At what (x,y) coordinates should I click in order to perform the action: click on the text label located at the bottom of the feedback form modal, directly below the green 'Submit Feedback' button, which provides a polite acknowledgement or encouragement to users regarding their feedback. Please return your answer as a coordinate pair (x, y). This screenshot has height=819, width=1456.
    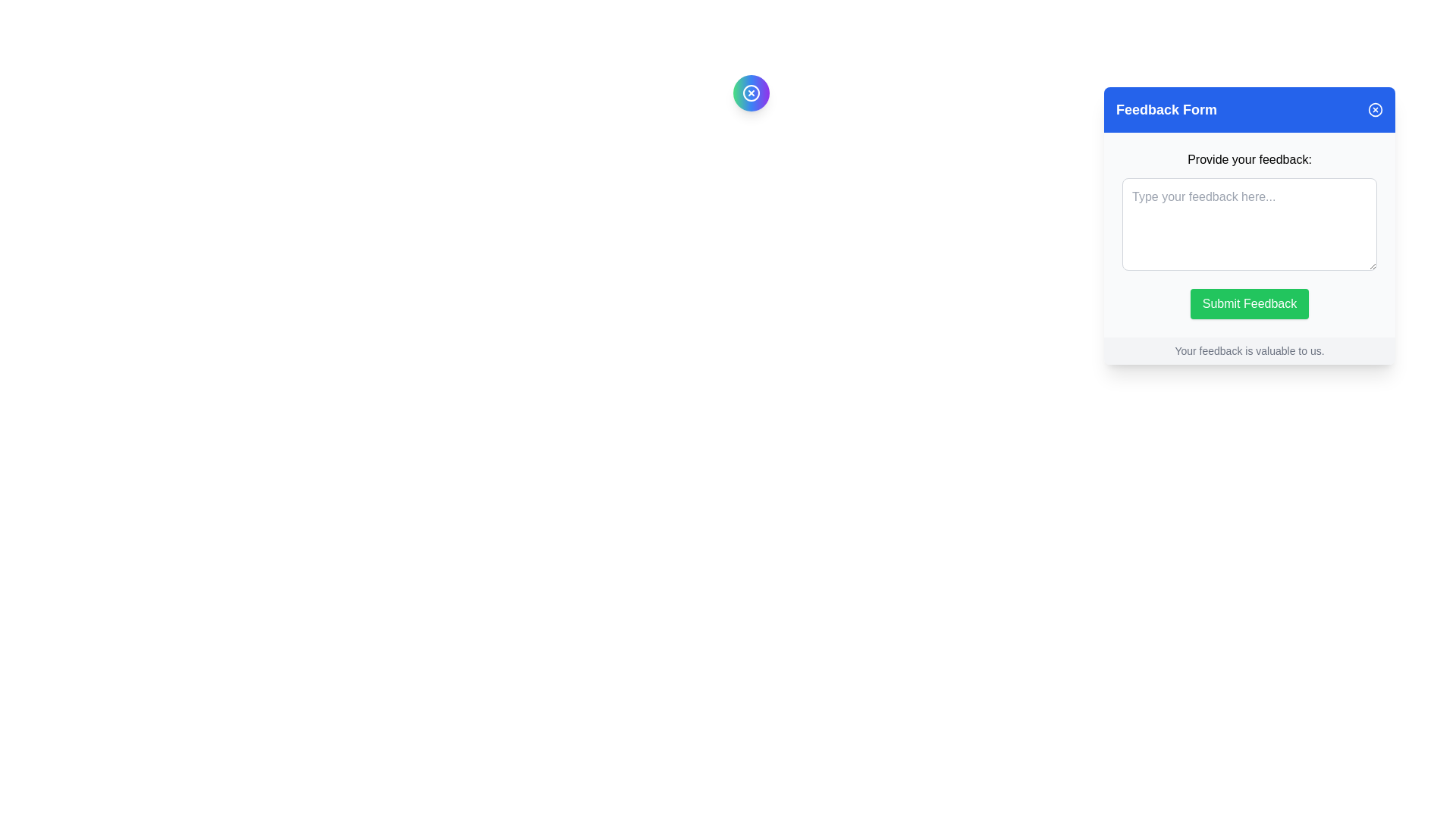
    Looking at the image, I should click on (1249, 350).